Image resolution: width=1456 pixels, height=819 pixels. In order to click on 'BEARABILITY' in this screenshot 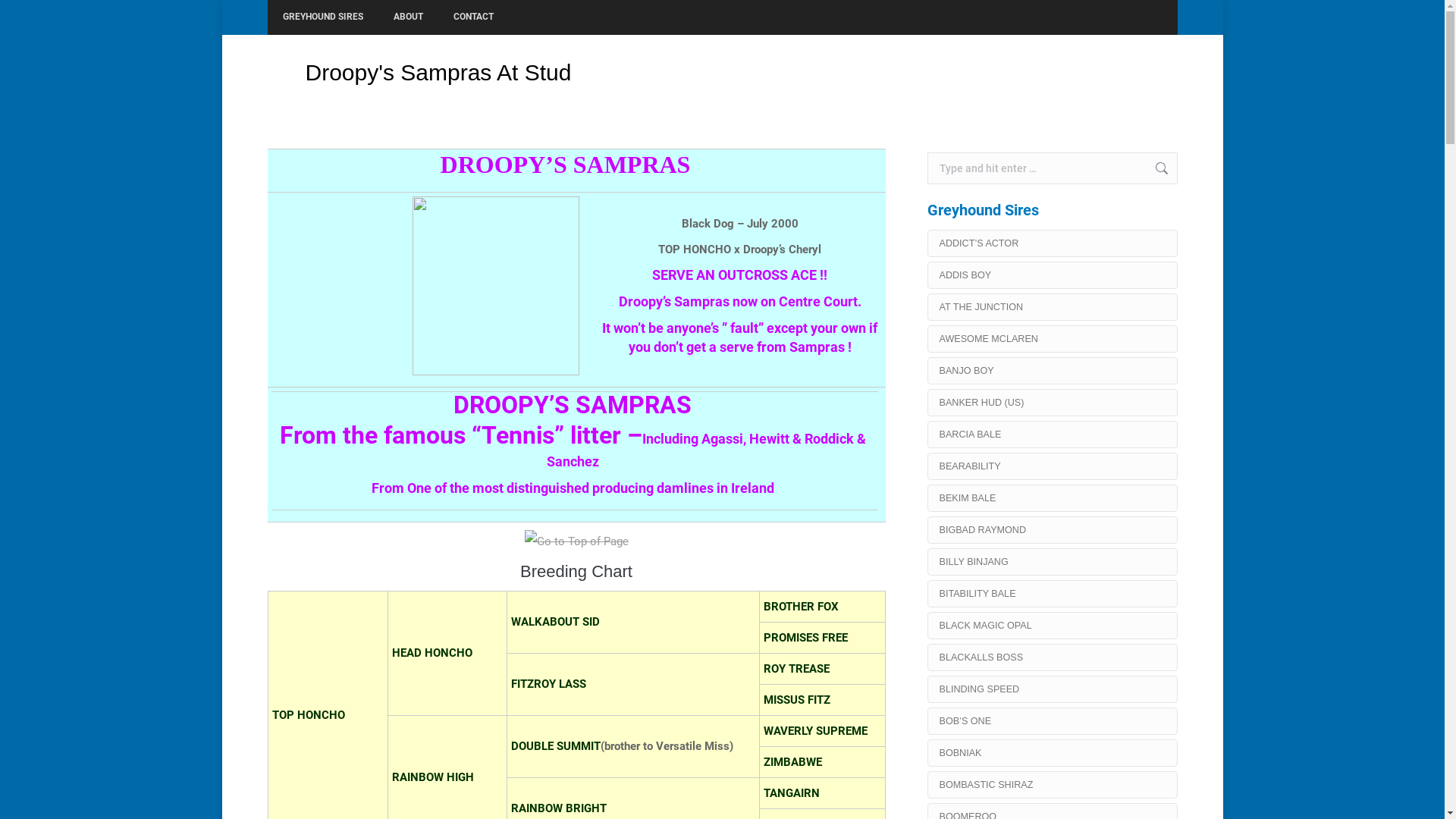, I will do `click(1051, 465)`.